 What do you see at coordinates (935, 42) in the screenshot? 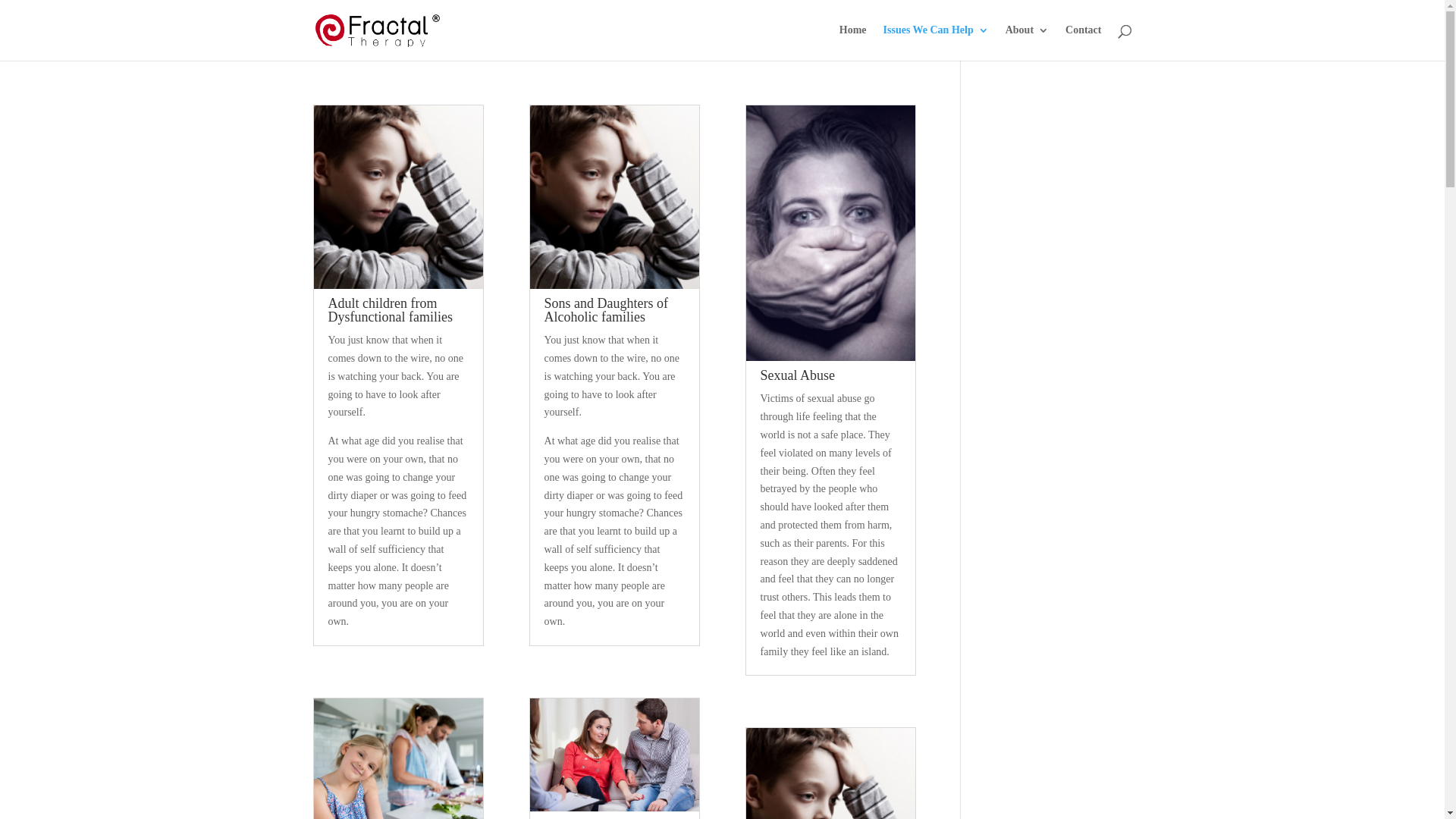
I see `'Issues We Can Help'` at bounding box center [935, 42].